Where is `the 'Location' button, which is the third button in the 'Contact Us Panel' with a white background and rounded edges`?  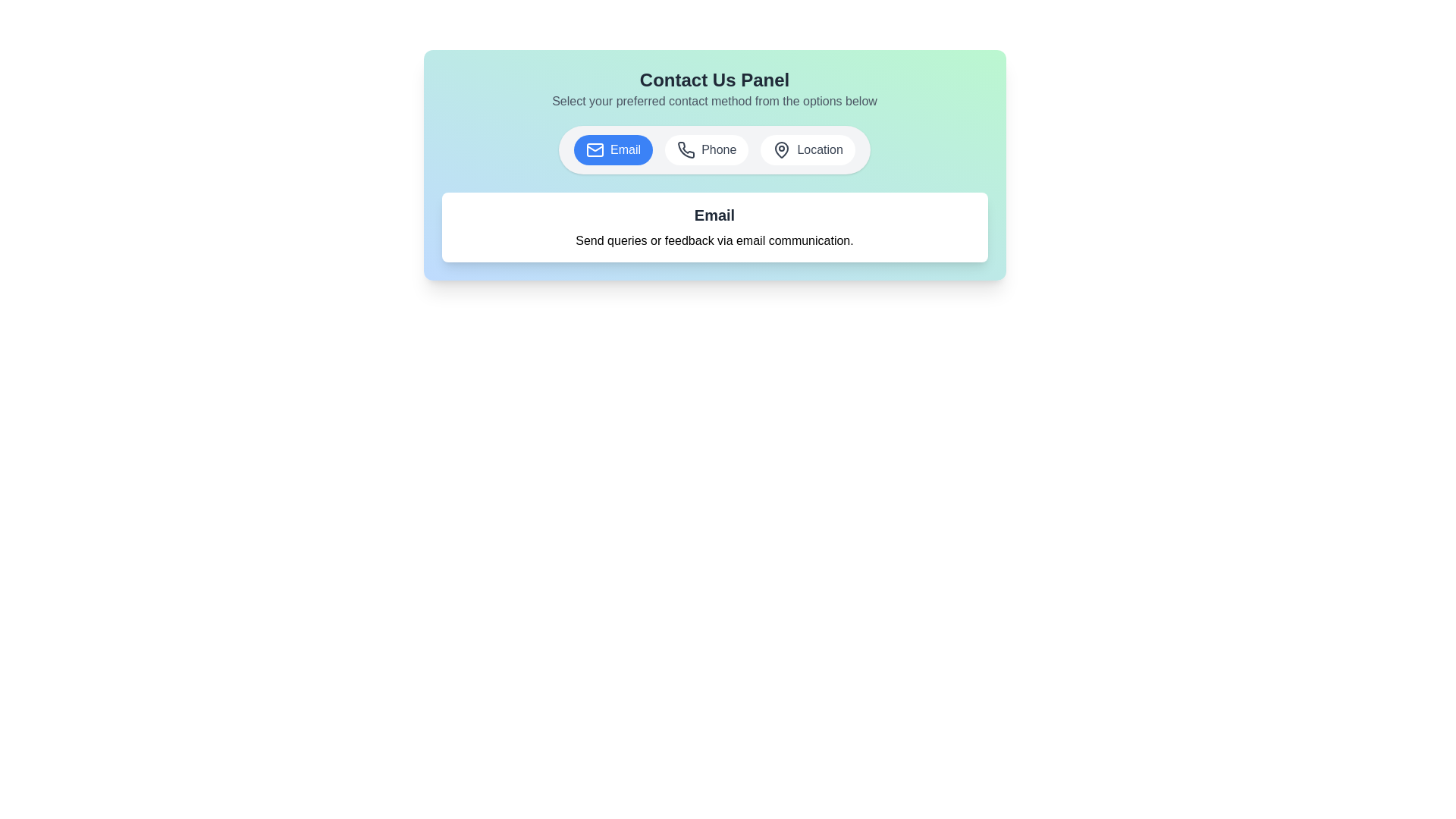 the 'Location' button, which is the third button in the 'Contact Us Panel' with a white background and rounded edges is located at coordinates (807, 149).